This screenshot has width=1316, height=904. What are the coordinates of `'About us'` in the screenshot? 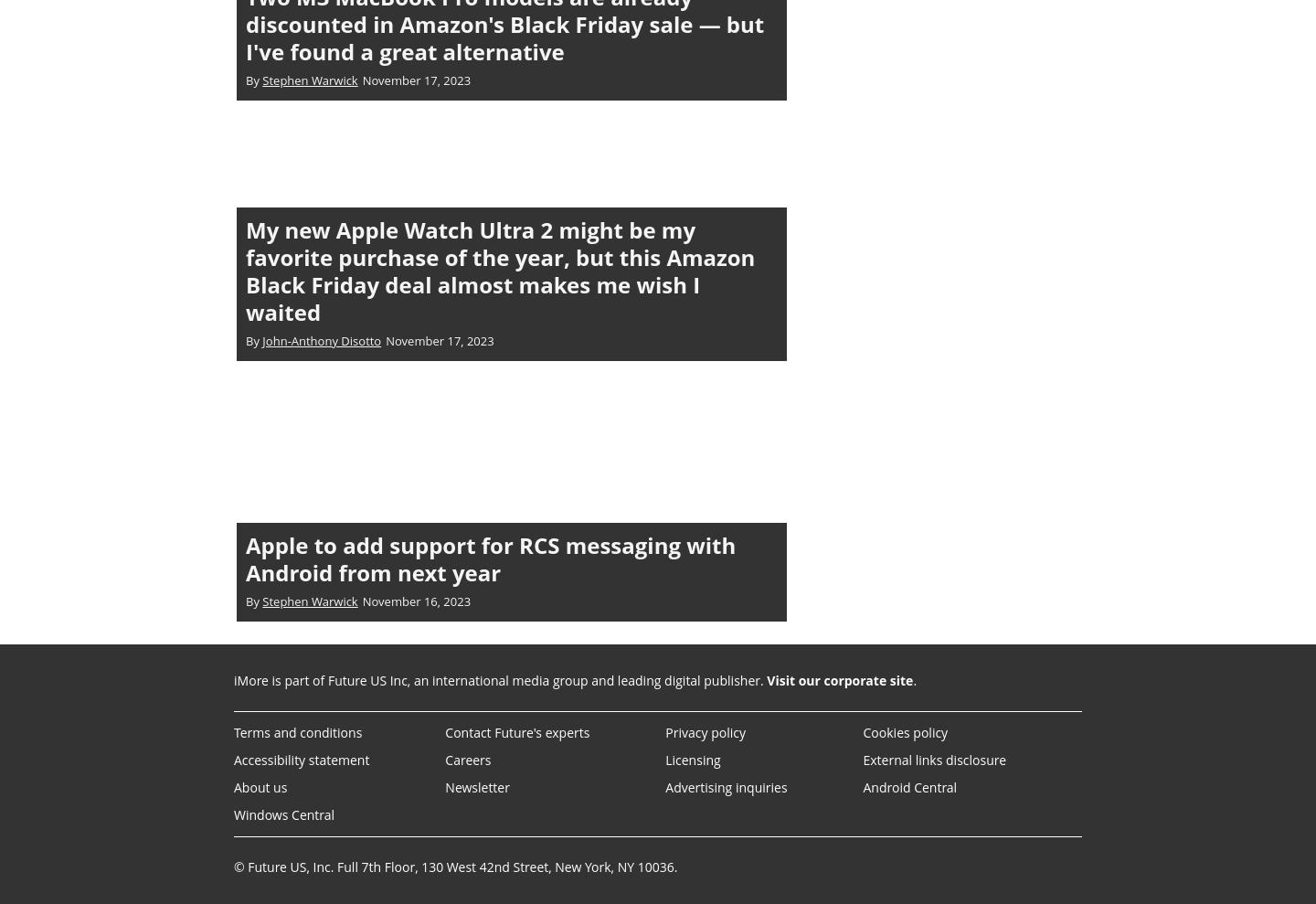 It's located at (259, 786).